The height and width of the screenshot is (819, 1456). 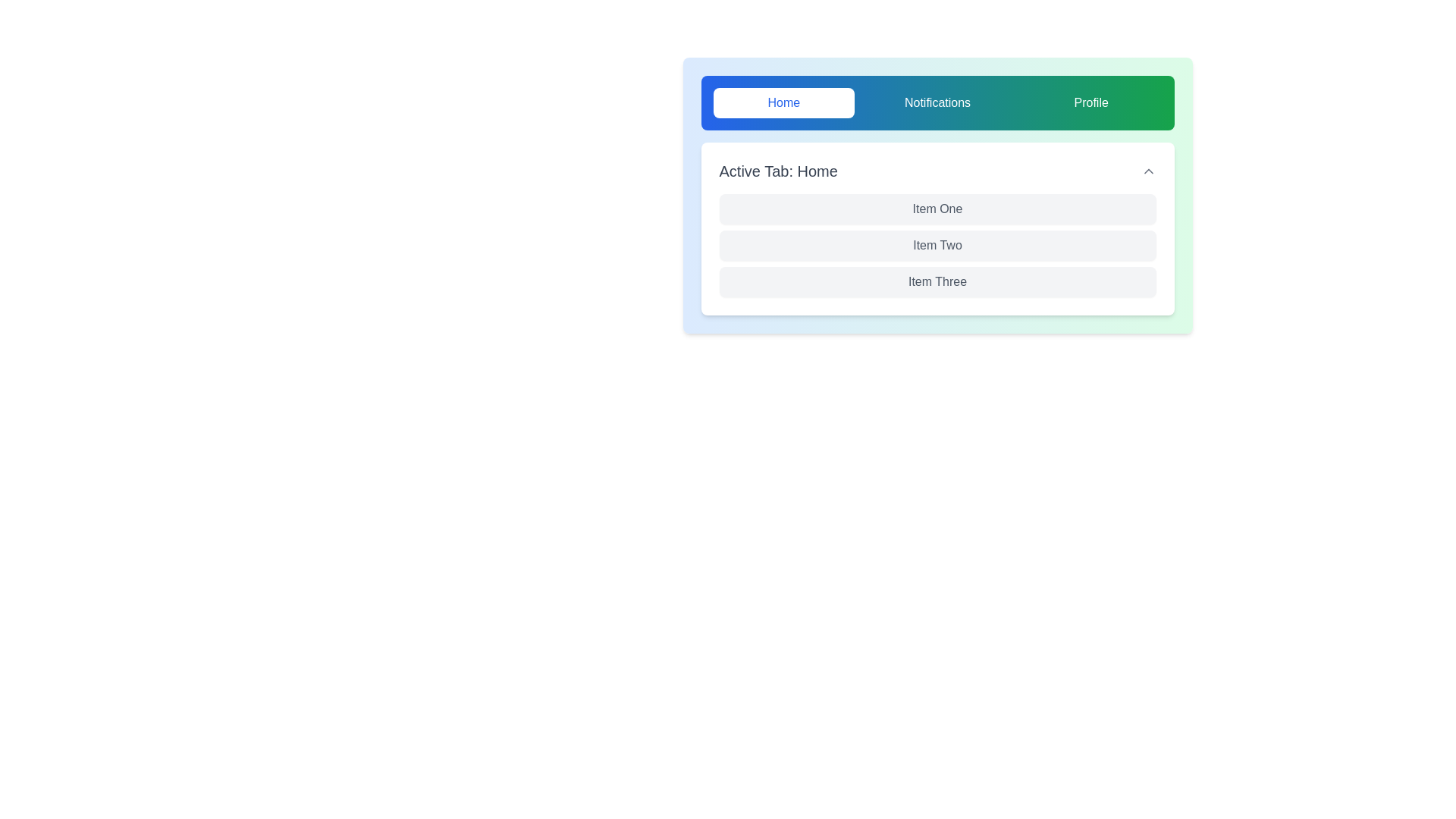 I want to click on the 'Notifications' button, which is the second button in the horizontal navigation bar, so click(x=937, y=102).